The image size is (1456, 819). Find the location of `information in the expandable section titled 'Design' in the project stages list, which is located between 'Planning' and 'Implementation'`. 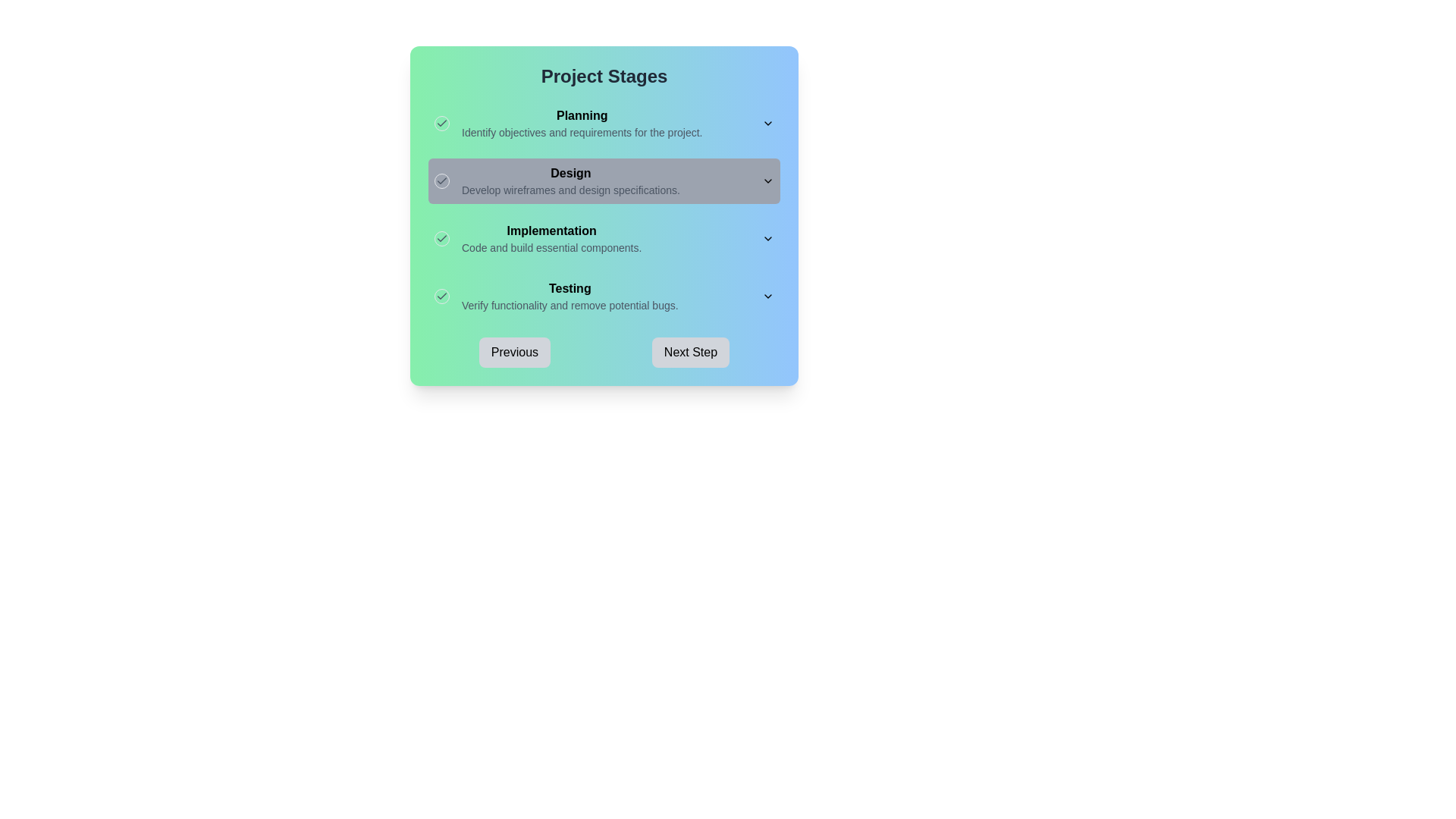

information in the expandable section titled 'Design' in the project stages list, which is located between 'Planning' and 'Implementation' is located at coordinates (603, 180).